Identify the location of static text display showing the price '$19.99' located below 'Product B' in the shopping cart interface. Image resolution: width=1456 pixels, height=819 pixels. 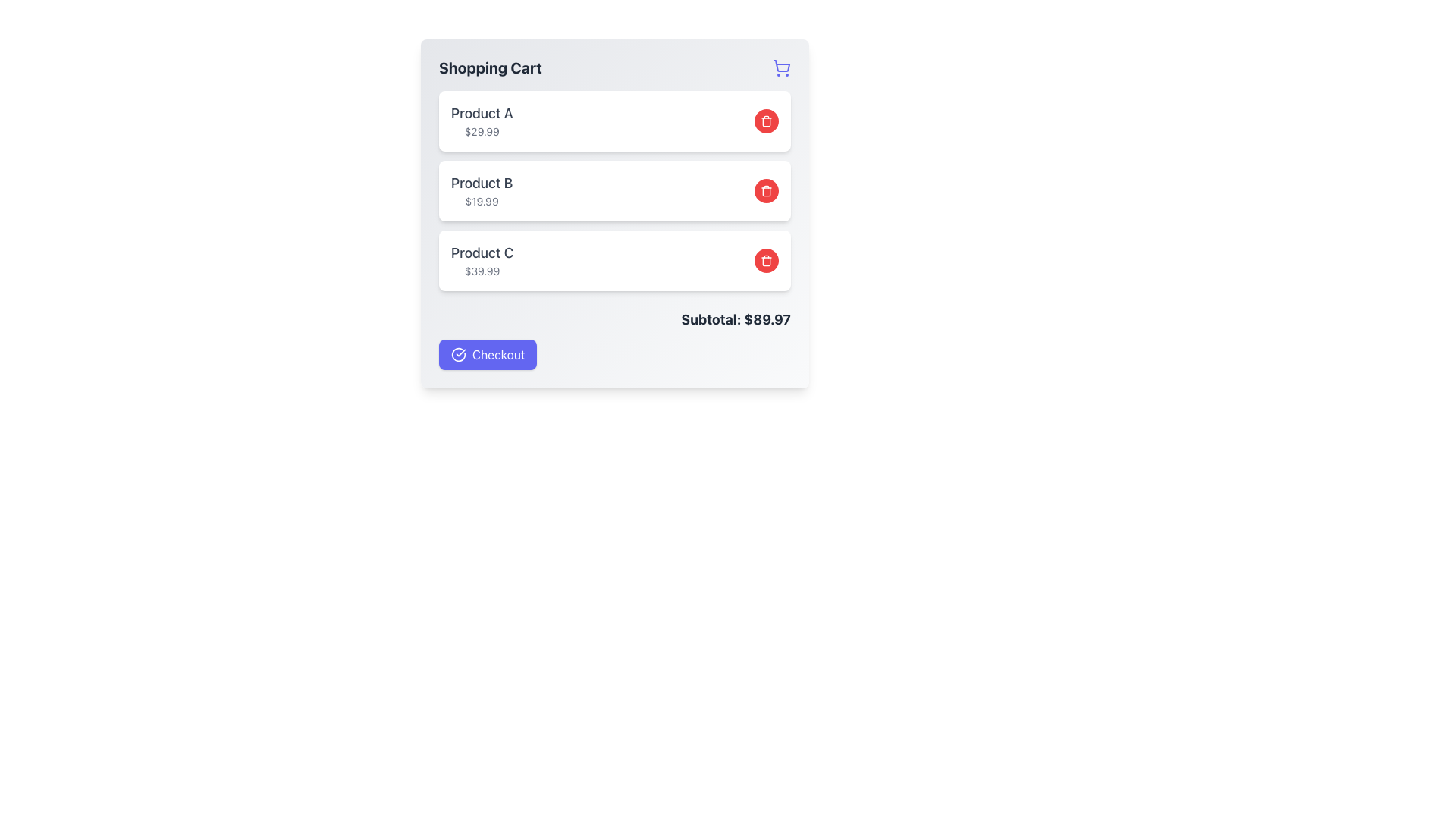
(481, 201).